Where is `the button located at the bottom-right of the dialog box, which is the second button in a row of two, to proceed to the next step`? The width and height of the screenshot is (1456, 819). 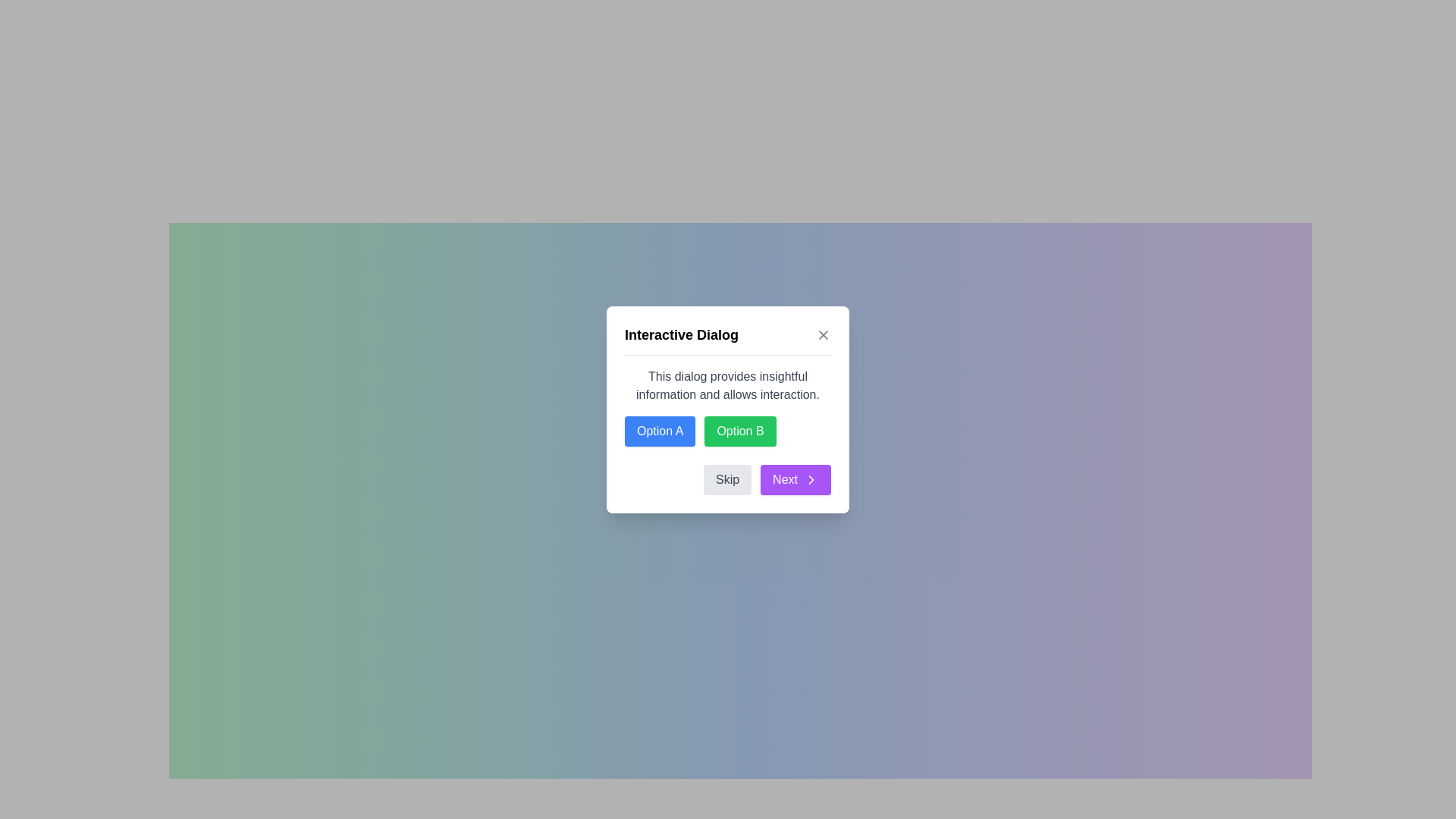
the button located at the bottom-right of the dialog box, which is the second button in a row of two, to proceed to the next step is located at coordinates (795, 479).